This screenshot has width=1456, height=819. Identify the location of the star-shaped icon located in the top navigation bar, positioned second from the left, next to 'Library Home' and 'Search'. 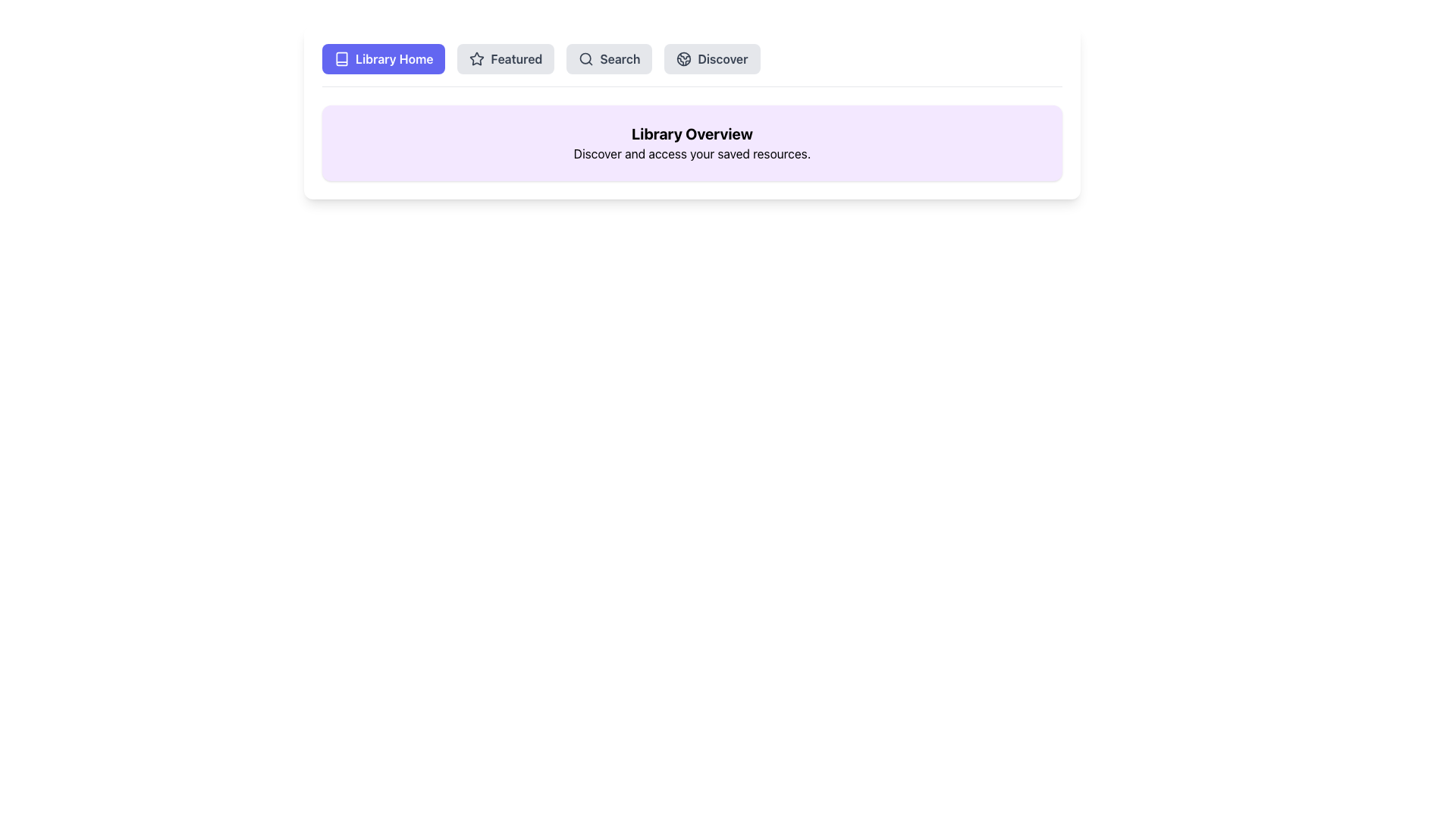
(476, 58).